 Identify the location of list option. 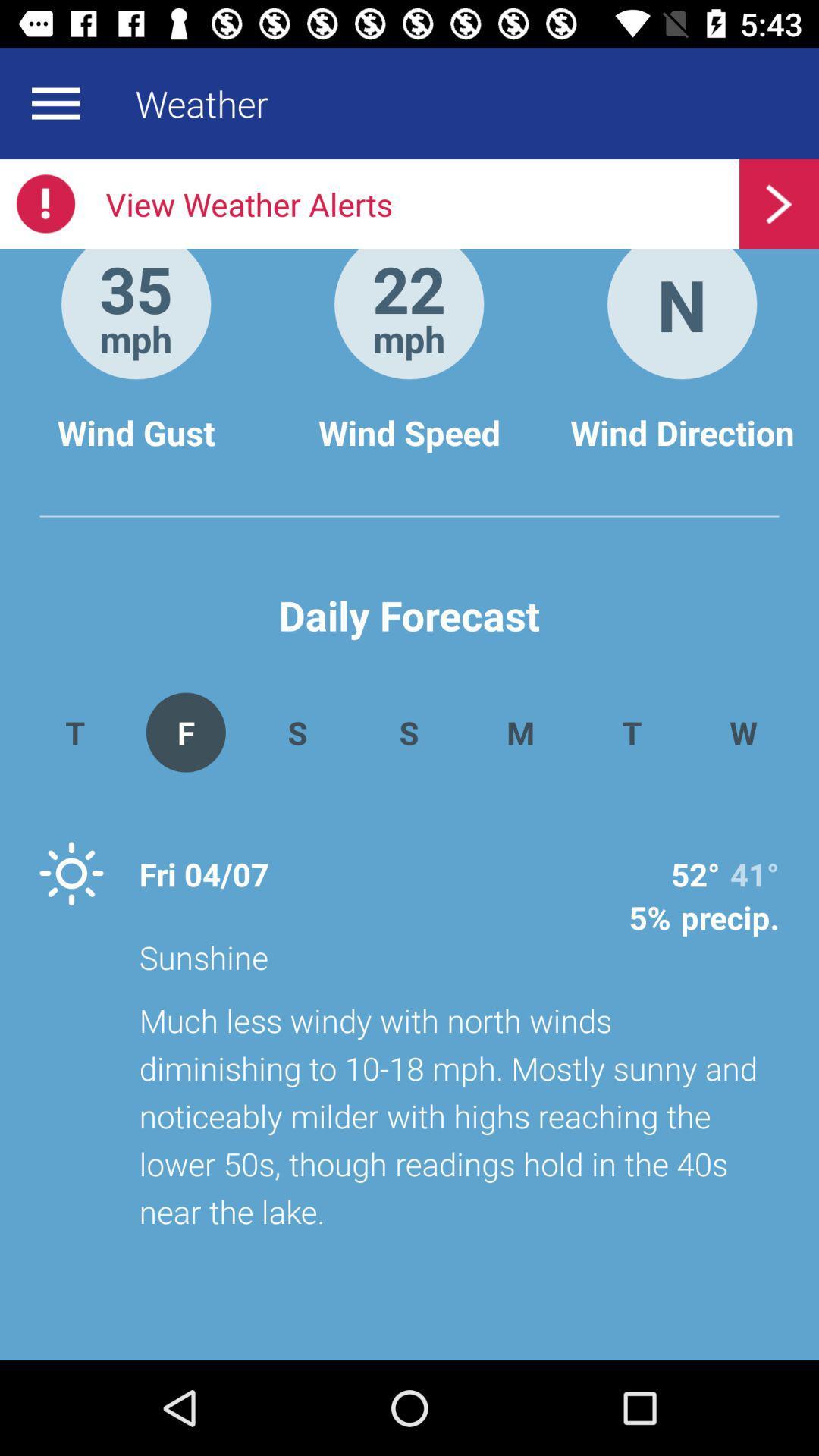
(55, 102).